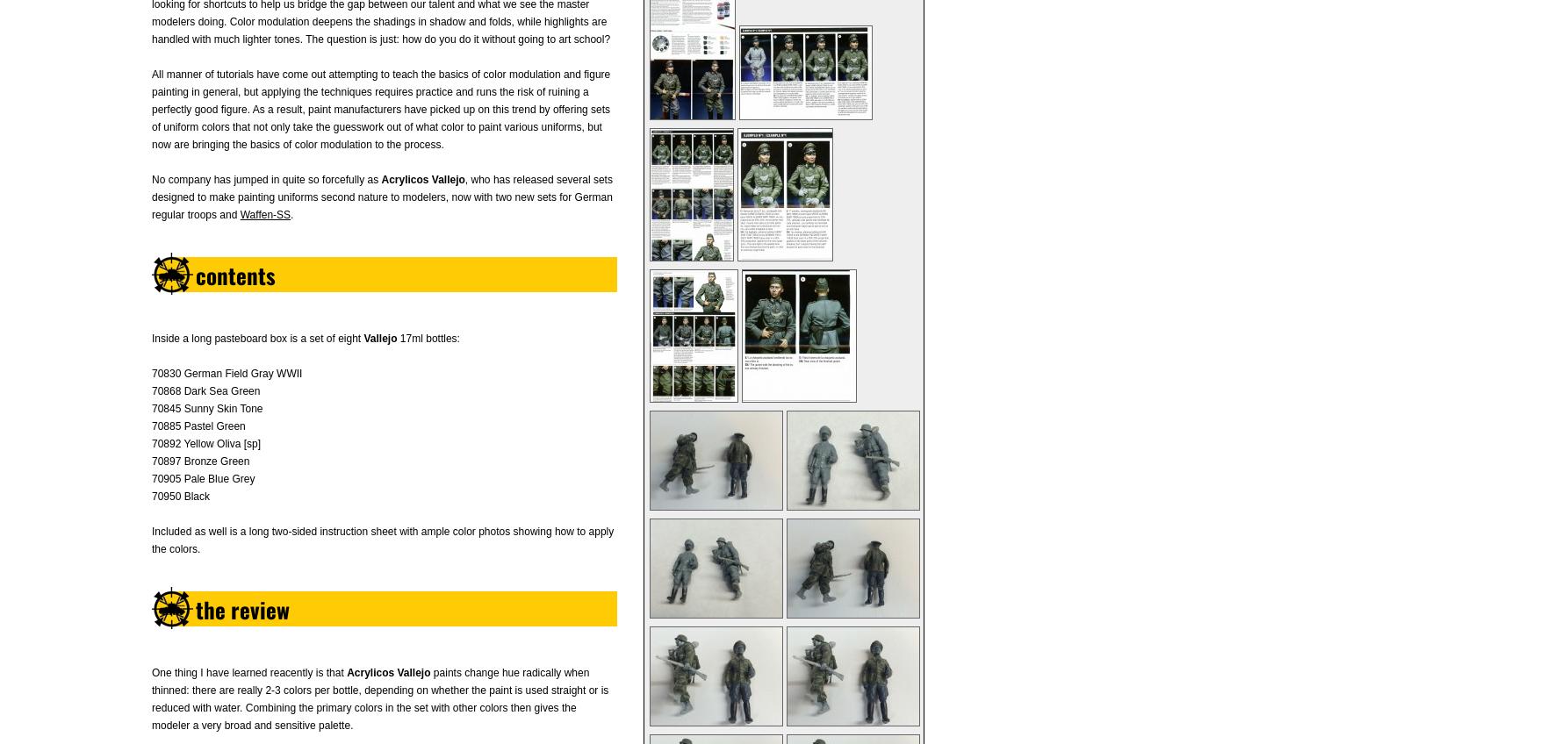 The height and width of the screenshot is (744, 1568). Describe the element at coordinates (226, 373) in the screenshot. I see `'70830 German Field Gray WWII'` at that location.